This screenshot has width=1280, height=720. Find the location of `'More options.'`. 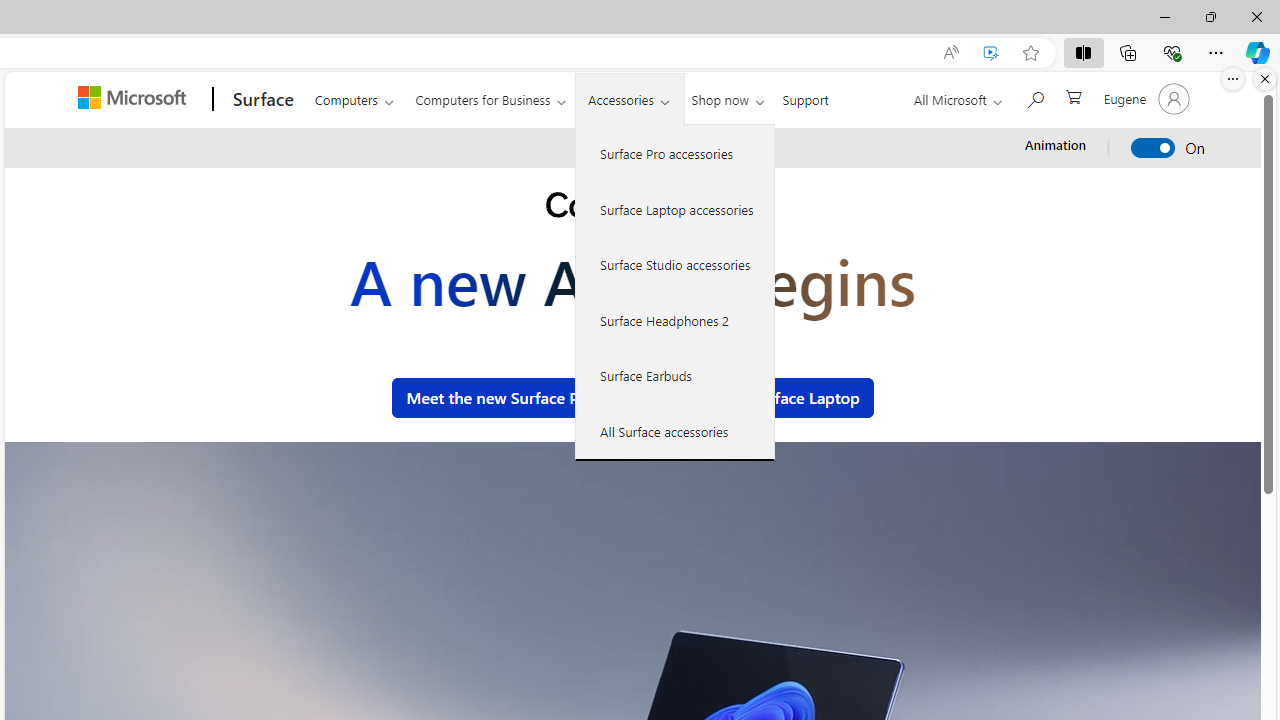

'More options.' is located at coordinates (1232, 78).